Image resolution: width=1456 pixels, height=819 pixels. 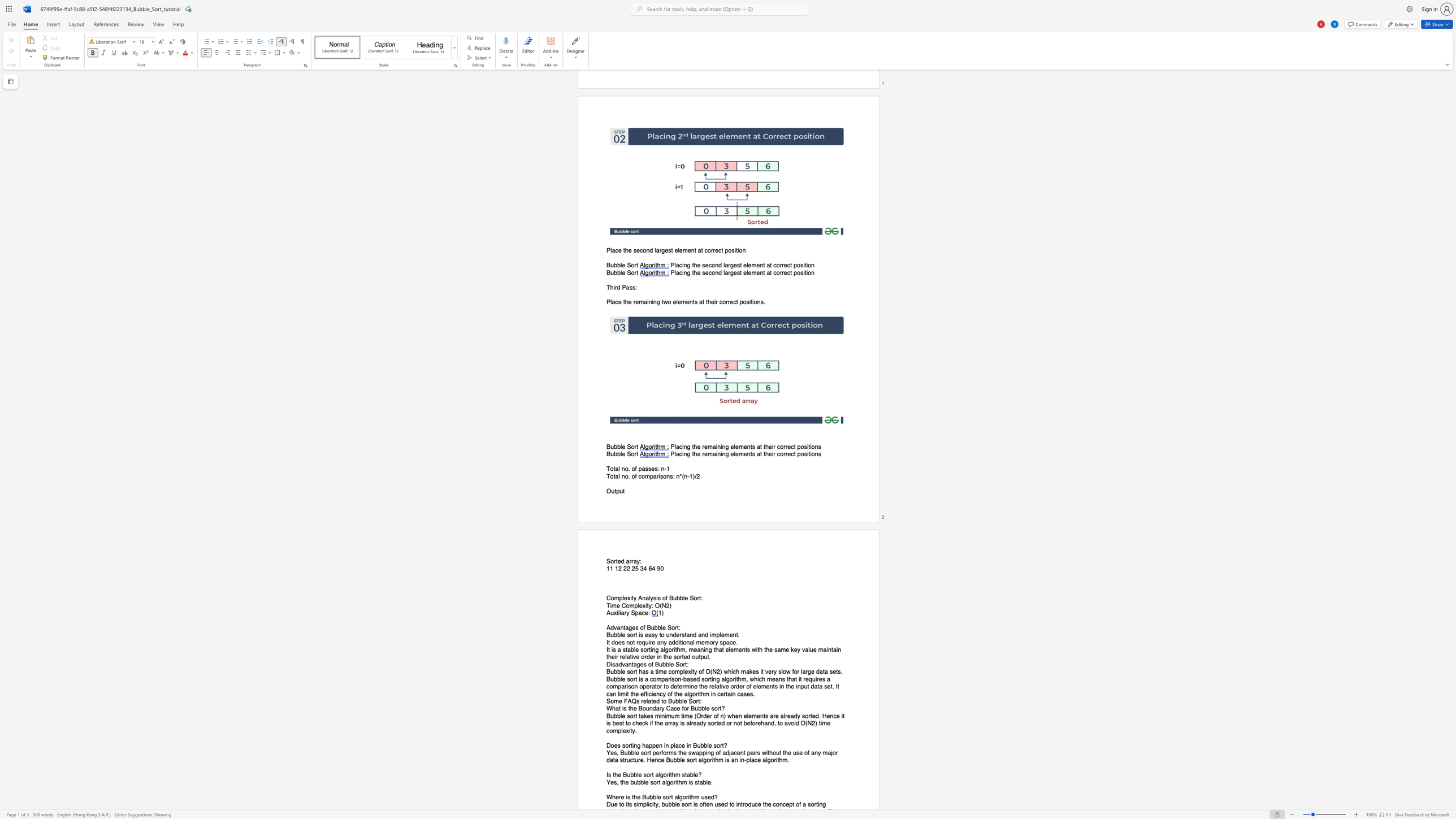 What do you see at coordinates (835, 671) in the screenshot?
I see `the subset text "ts" within the text "for large data sets."` at bounding box center [835, 671].